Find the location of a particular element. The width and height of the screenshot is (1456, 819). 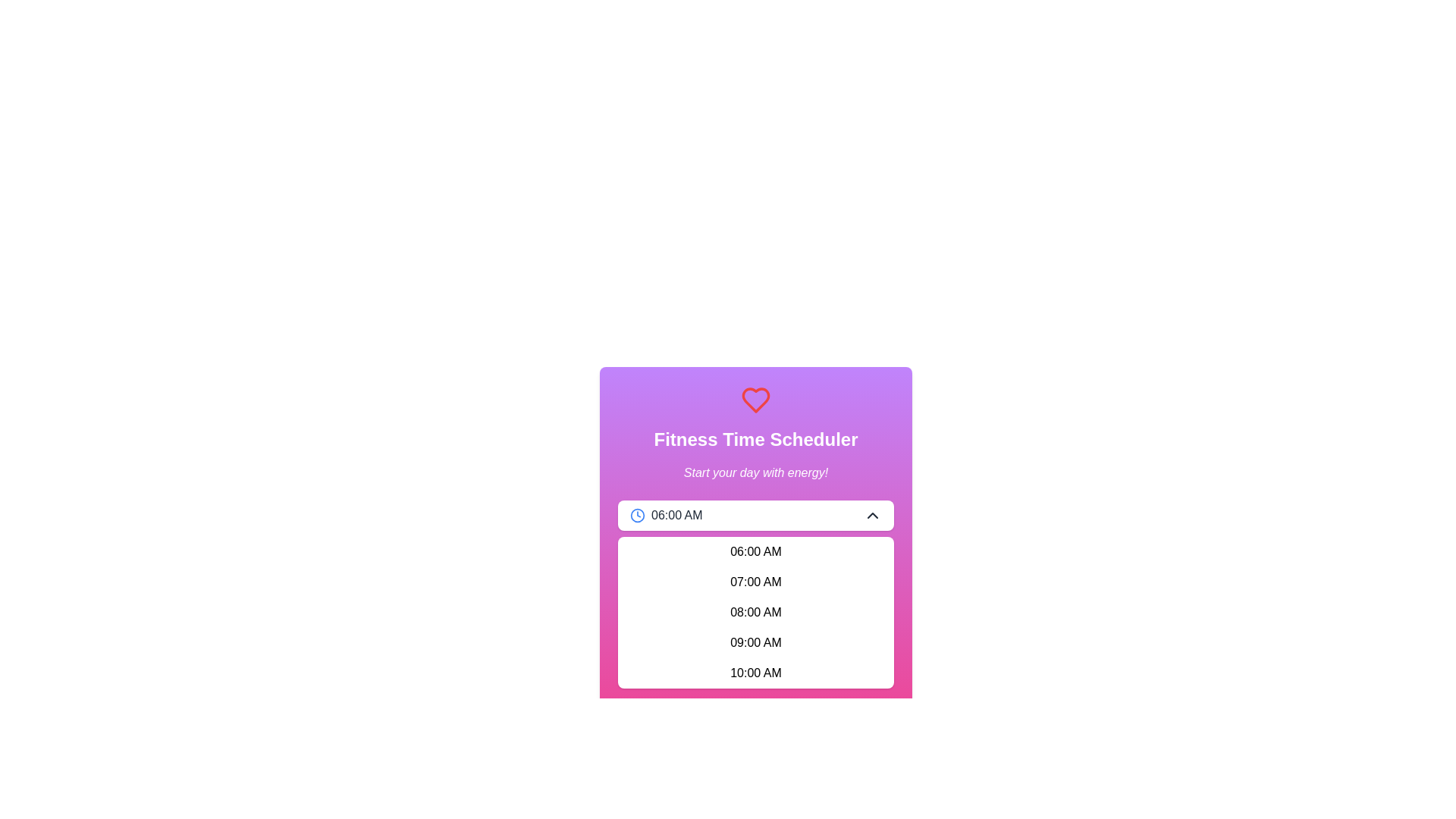

the header element containing the red heart icon and the text 'Fitness Time Scheduler', visually engaging with its appearance is located at coordinates (756, 418).